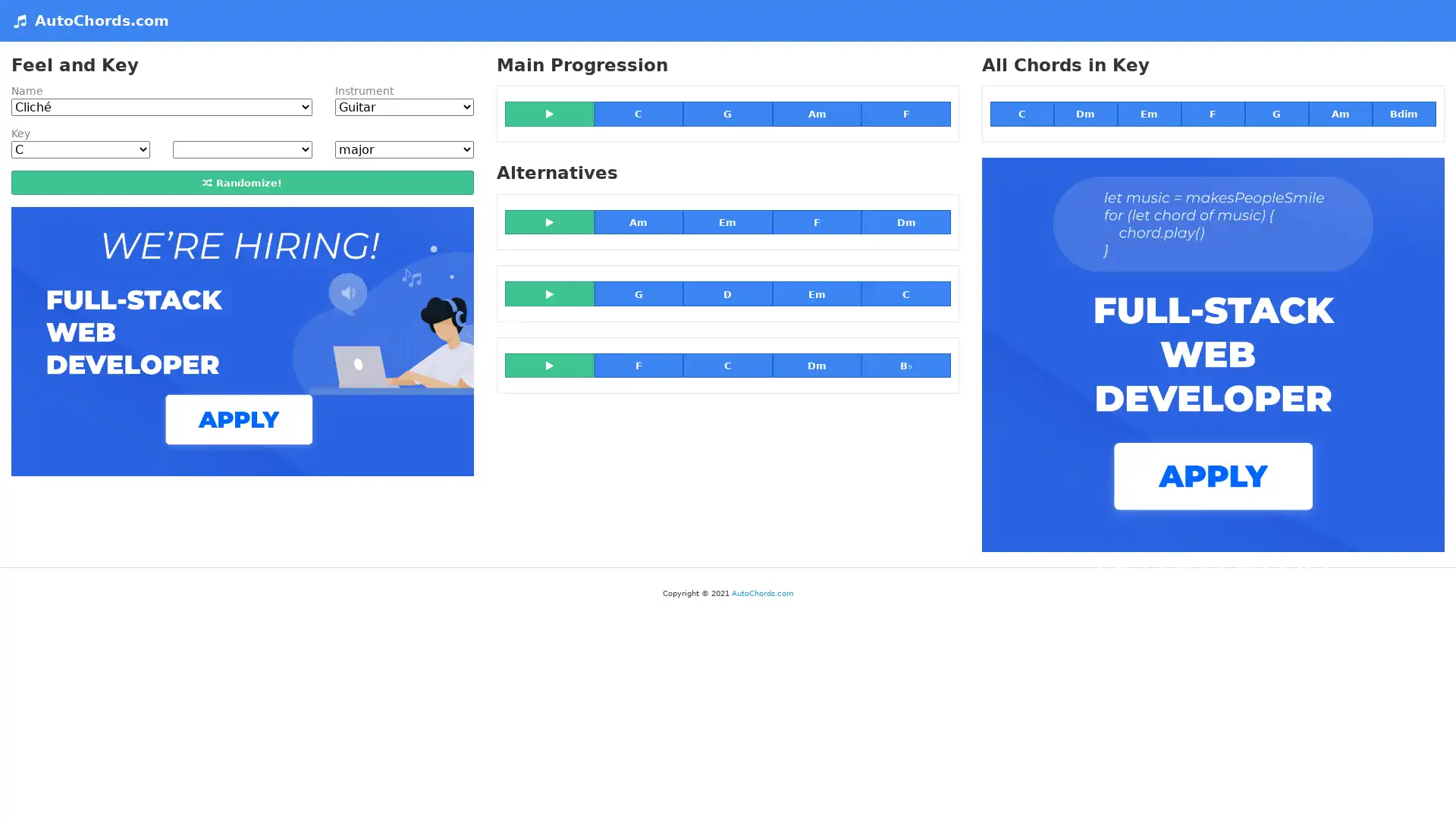 Image resolution: width=1456 pixels, height=819 pixels. Describe the element at coordinates (638, 293) in the screenshot. I see `G` at that location.